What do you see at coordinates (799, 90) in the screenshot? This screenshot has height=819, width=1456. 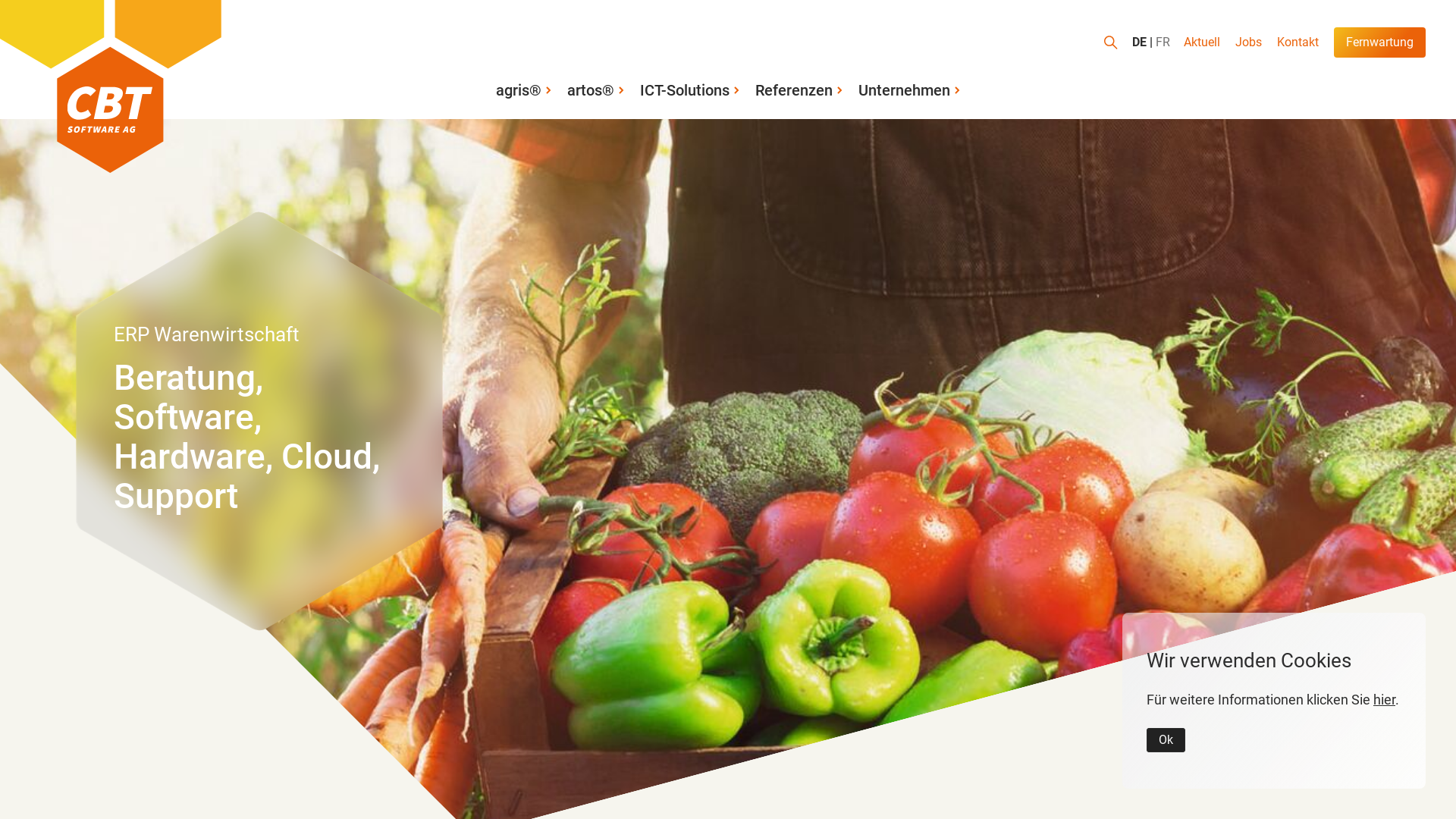 I see `'Referenzen'` at bounding box center [799, 90].